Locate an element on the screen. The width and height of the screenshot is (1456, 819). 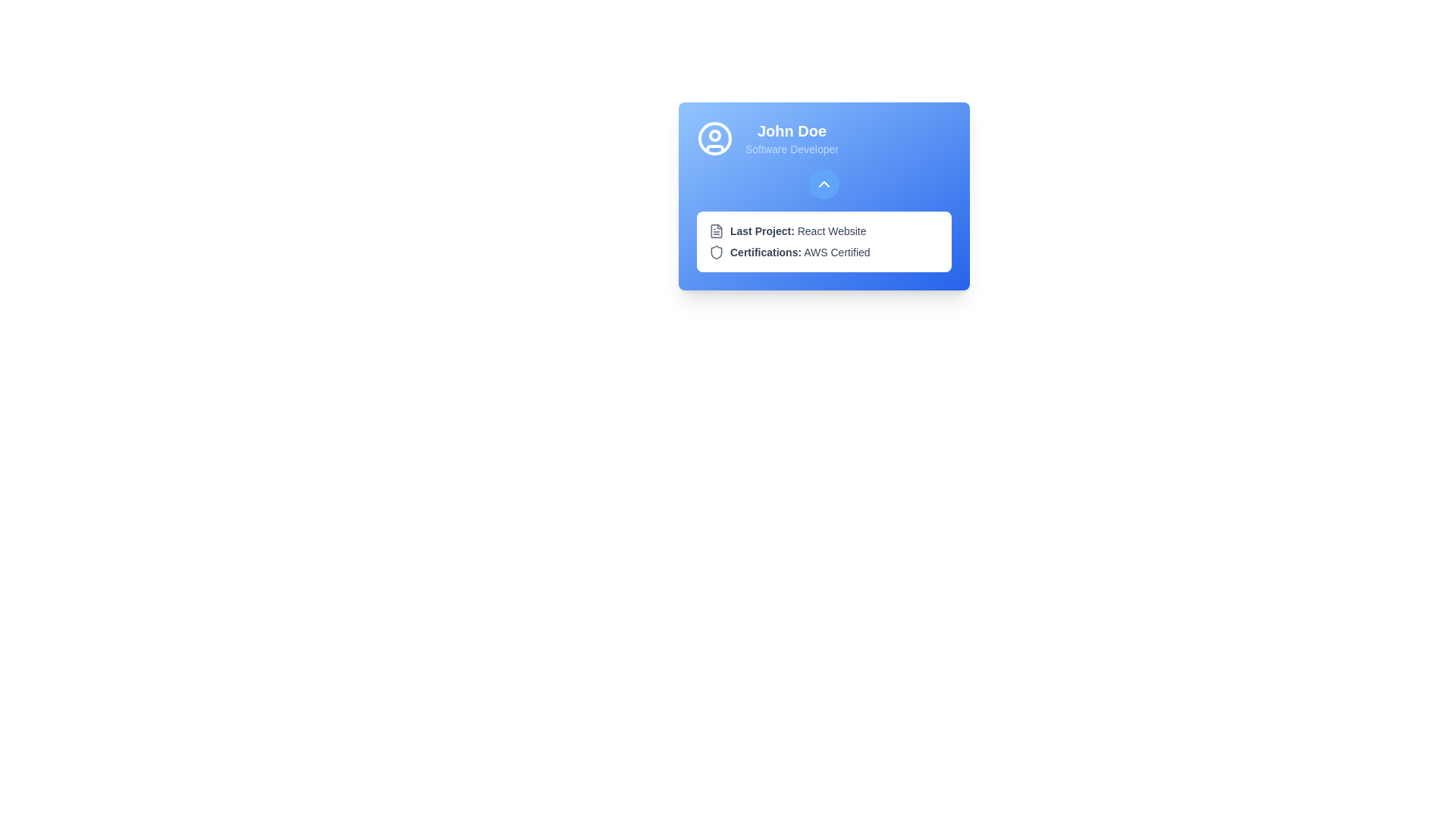
the file document icon located in the left portion of the card, which visually represents a file document concept is located at coordinates (716, 231).